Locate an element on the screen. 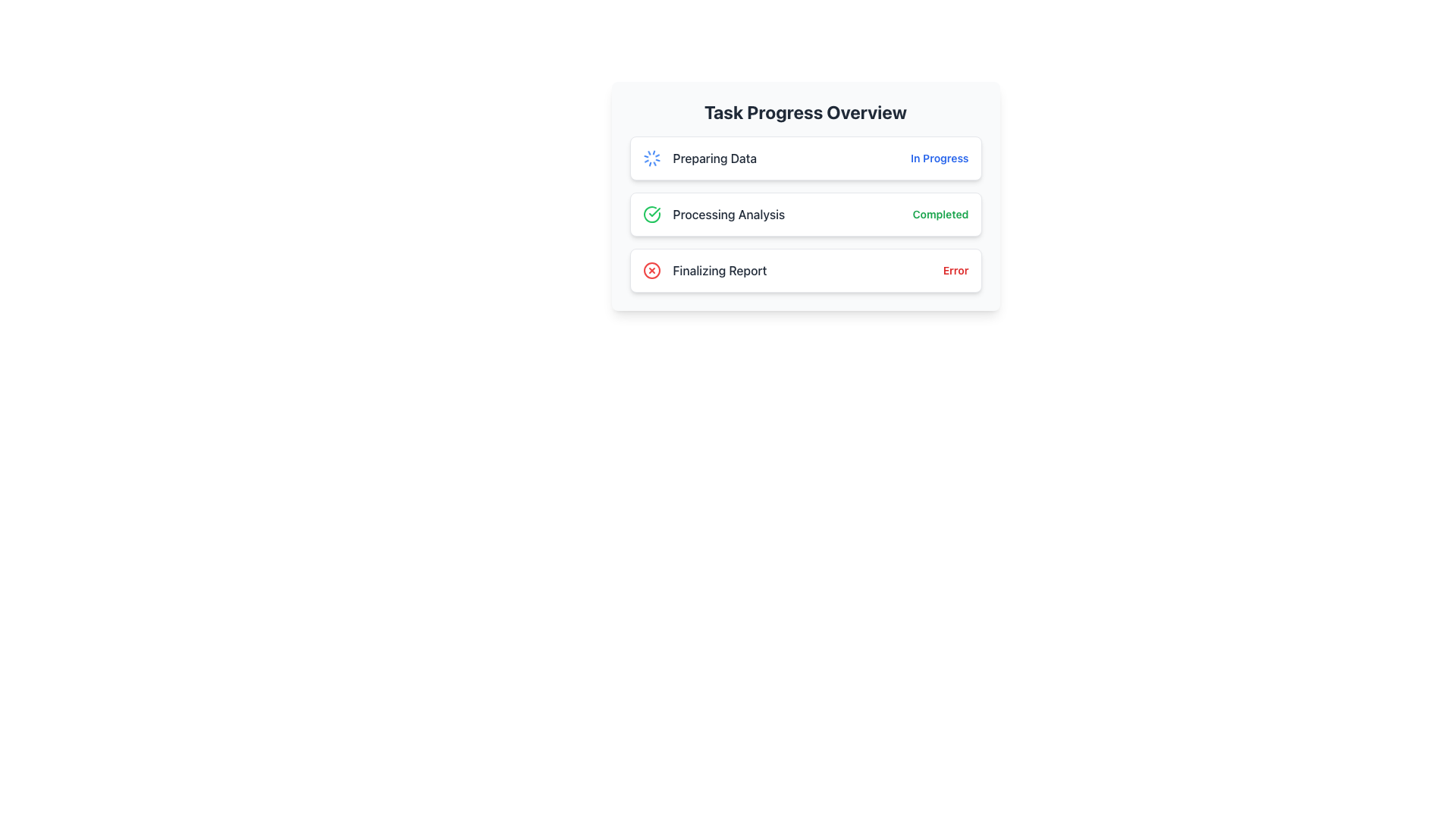  status and details of the progress item labeled 'Processing Analysis', which is the second item in the task status list is located at coordinates (805, 214).